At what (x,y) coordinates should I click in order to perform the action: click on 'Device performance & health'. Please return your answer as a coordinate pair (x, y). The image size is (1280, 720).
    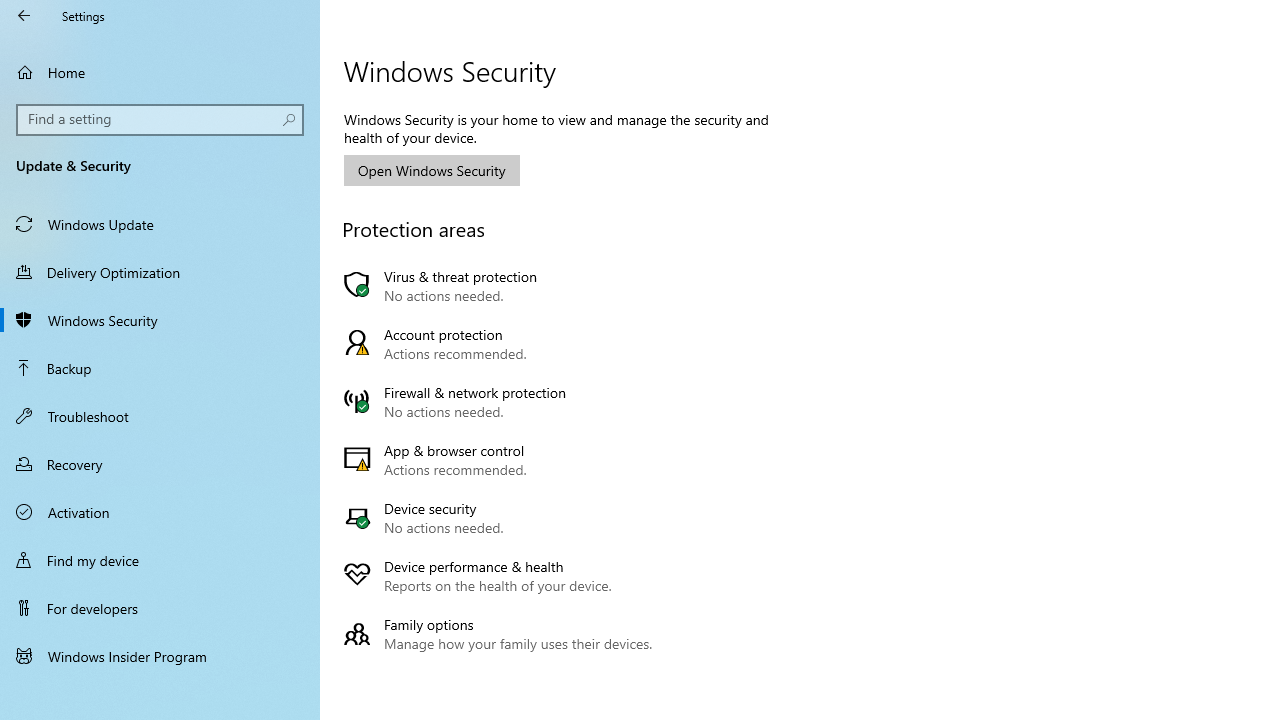
    Looking at the image, I should click on (503, 576).